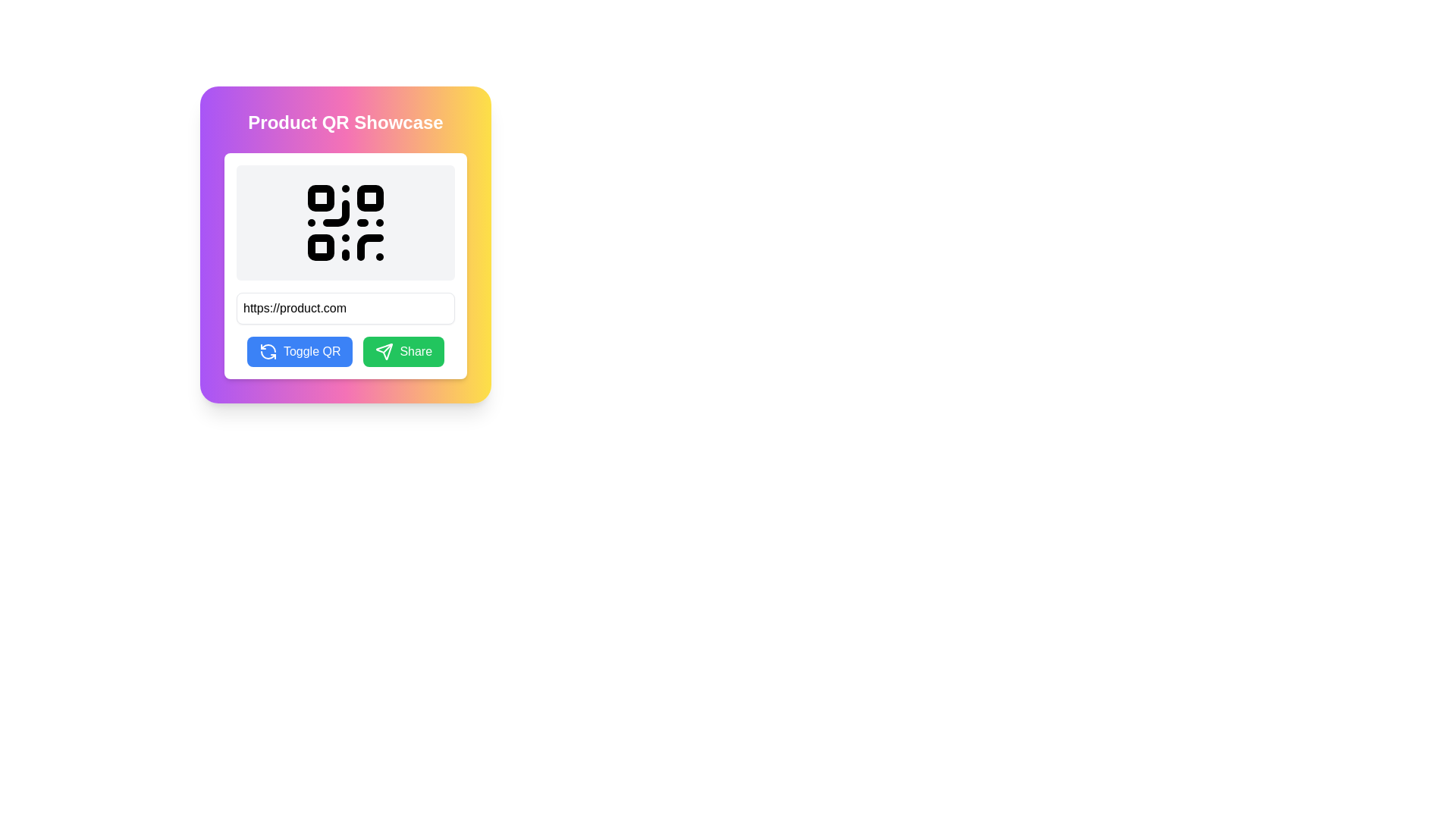 The image size is (1456, 819). I want to click on the small black square with rounded corners located below and to the left of the central empty space in the QR code graphic, so click(320, 246).